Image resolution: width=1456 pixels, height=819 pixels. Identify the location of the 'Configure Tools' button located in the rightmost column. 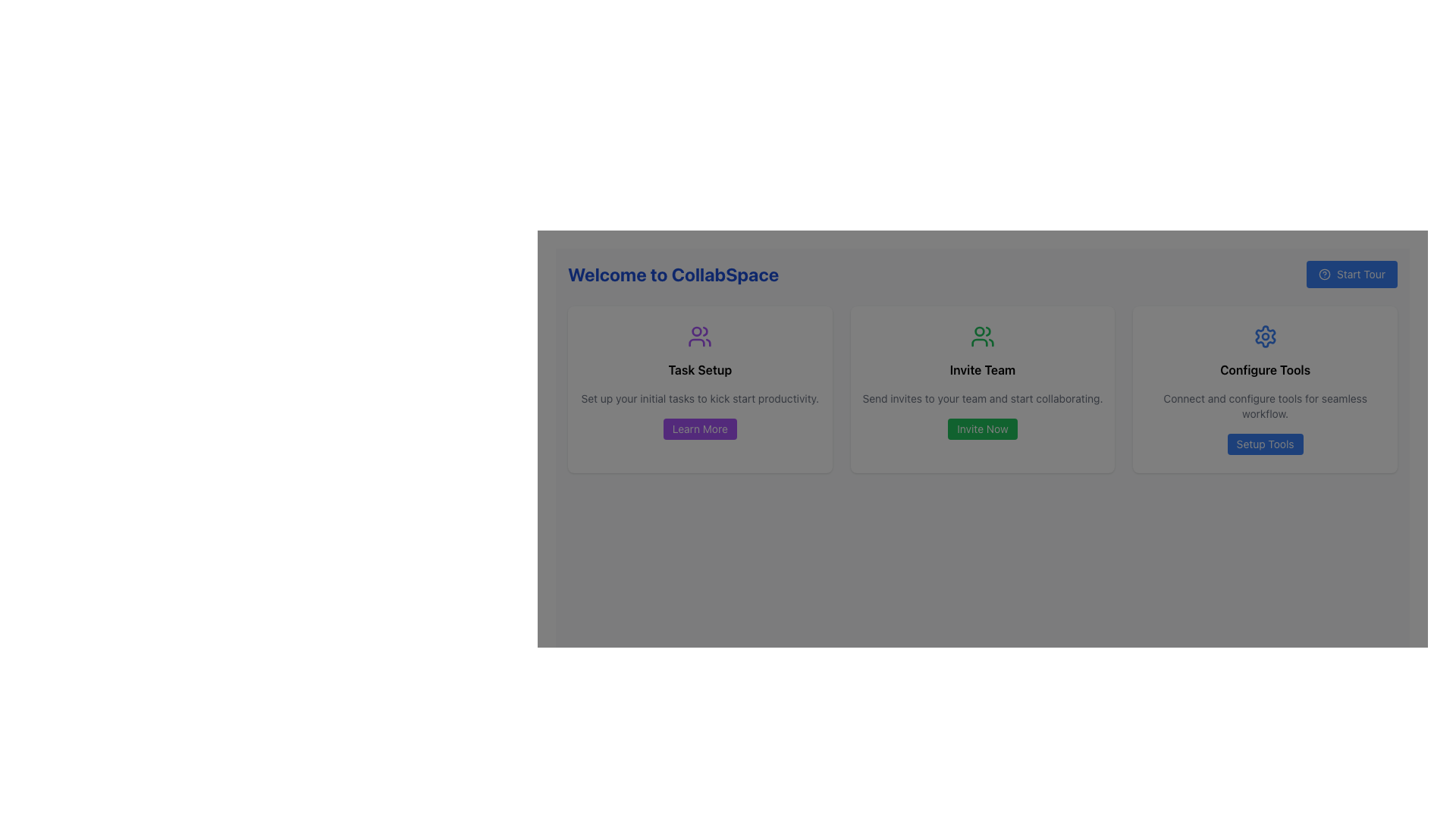
(1265, 444).